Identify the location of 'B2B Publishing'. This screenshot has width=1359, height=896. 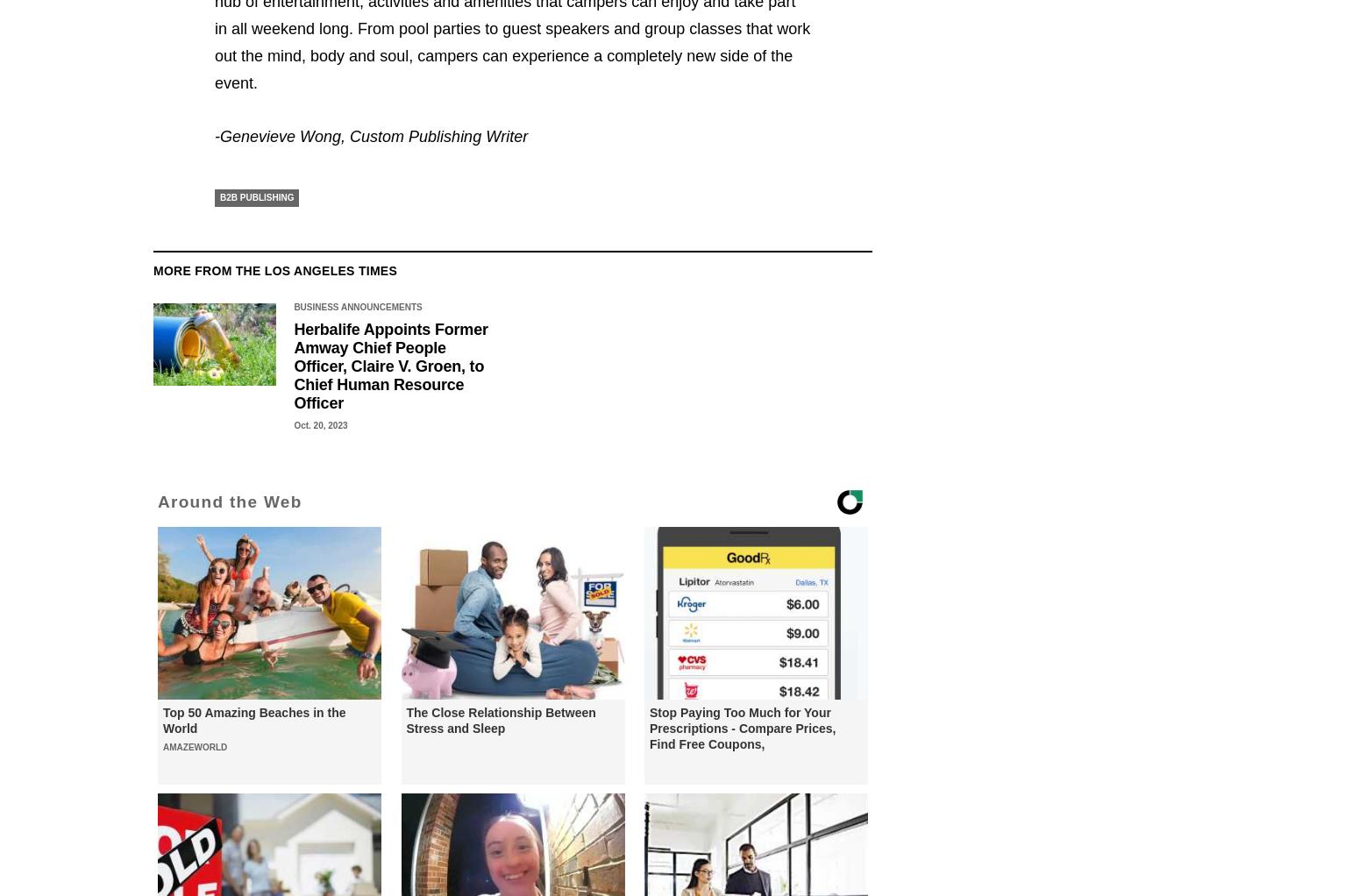
(219, 196).